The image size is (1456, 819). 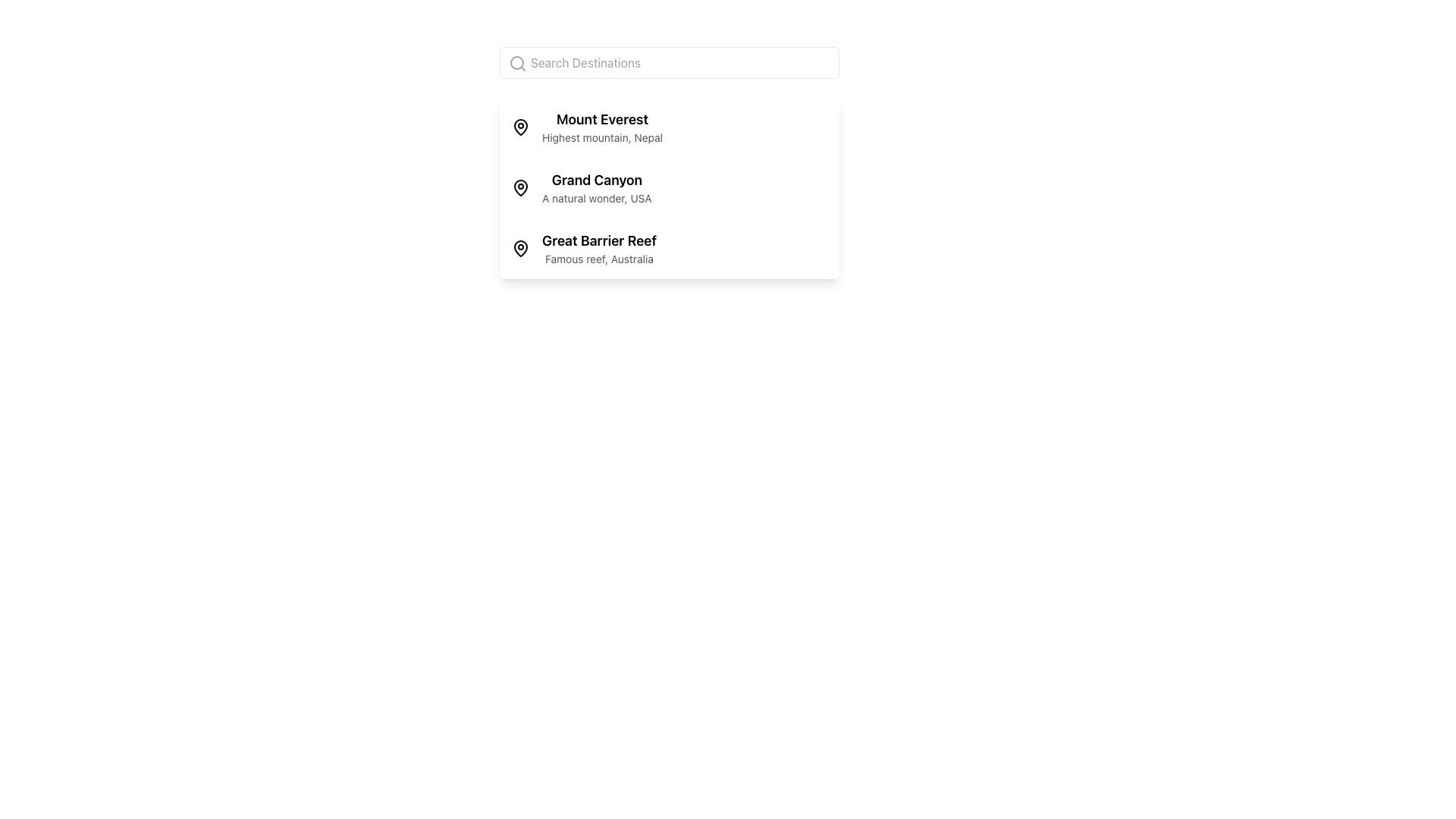 What do you see at coordinates (596, 198) in the screenshot?
I see `the text label reading 'A natural wonder, USA', which is styled in gray and positioned beneath the title 'Grand Canyon' in the search results layout` at bounding box center [596, 198].